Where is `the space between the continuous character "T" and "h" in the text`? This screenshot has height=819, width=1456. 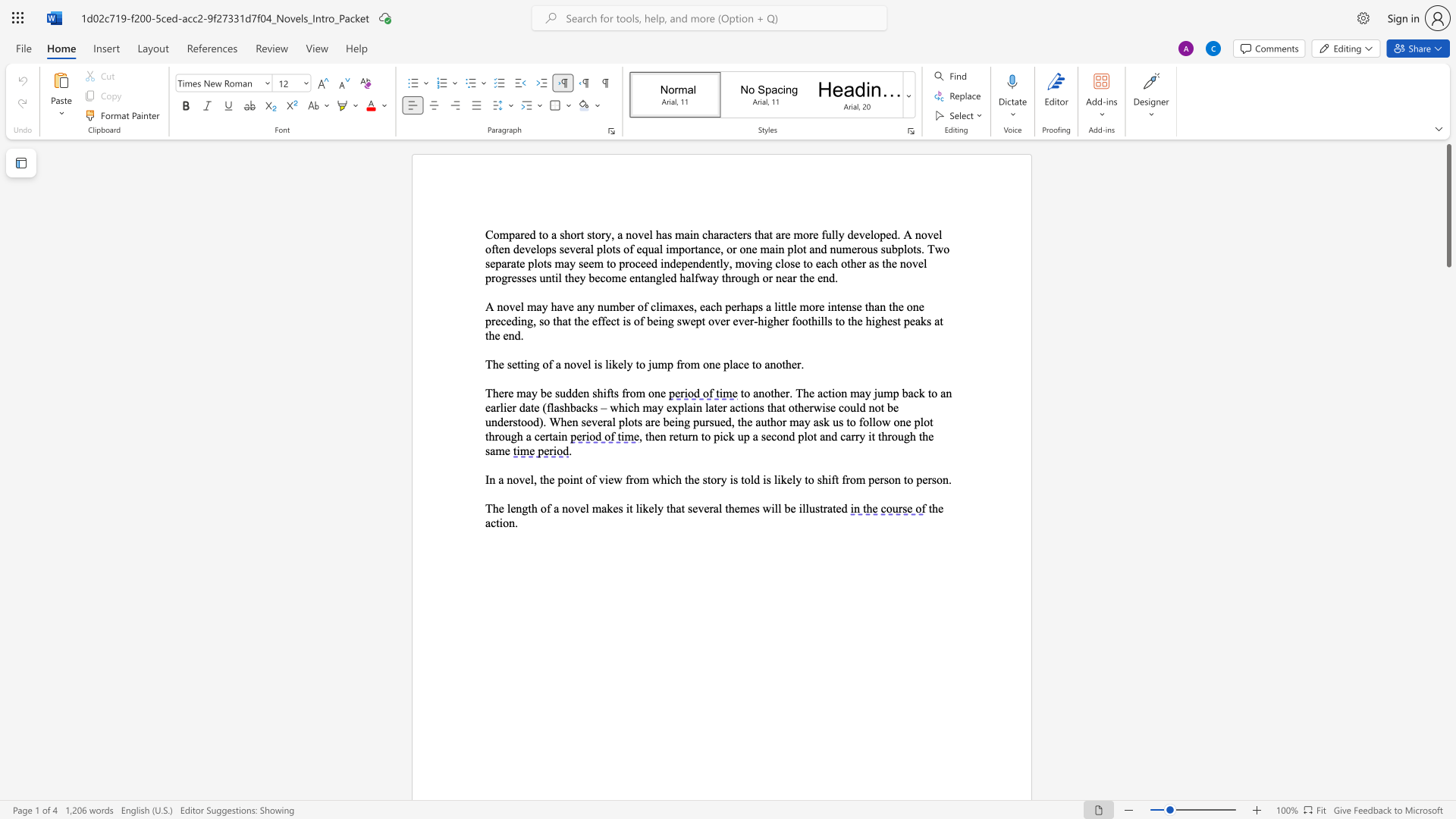 the space between the continuous character "T" and "h" in the text is located at coordinates (492, 392).